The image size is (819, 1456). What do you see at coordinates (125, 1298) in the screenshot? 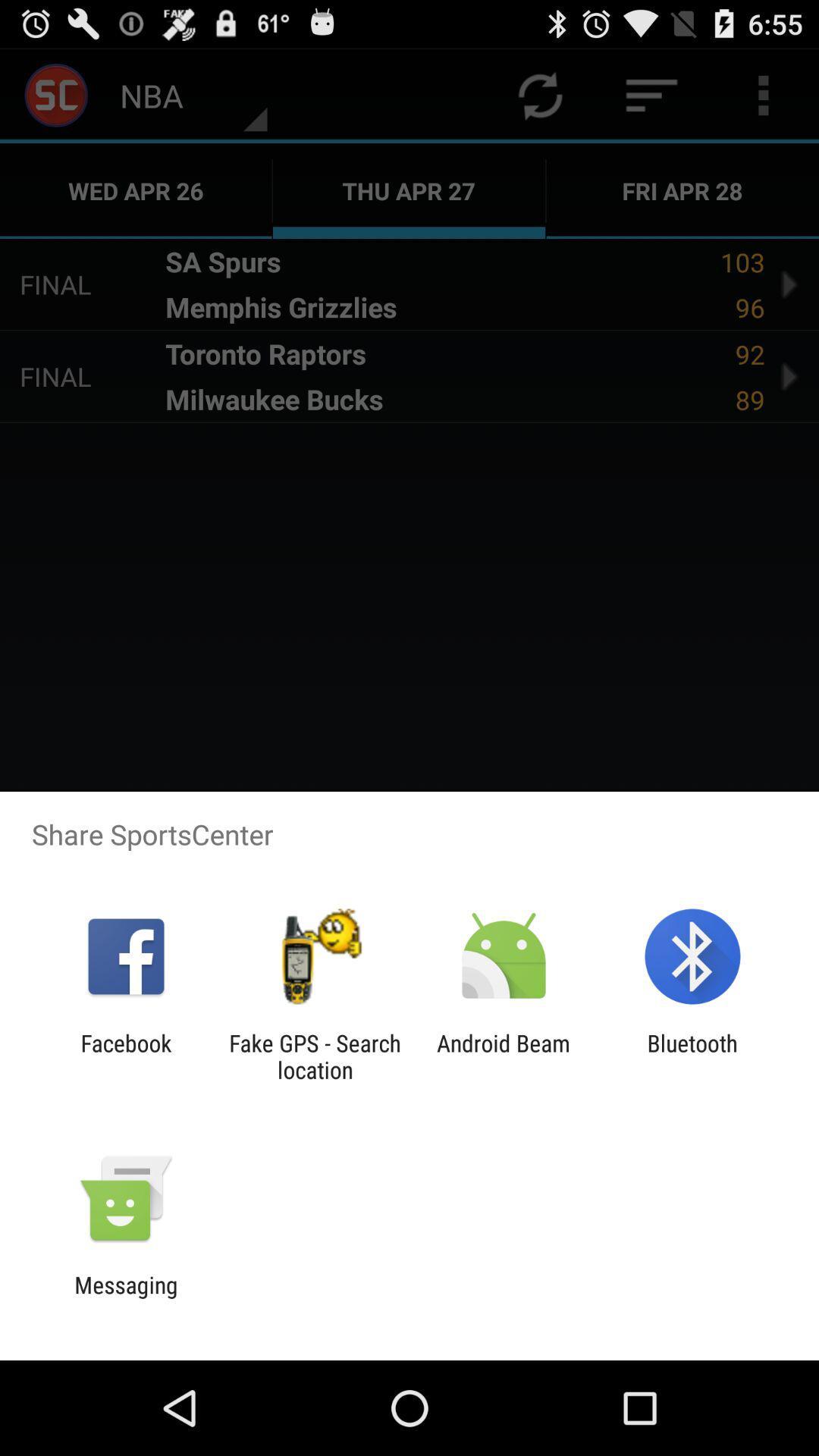
I see `messaging item` at bounding box center [125, 1298].